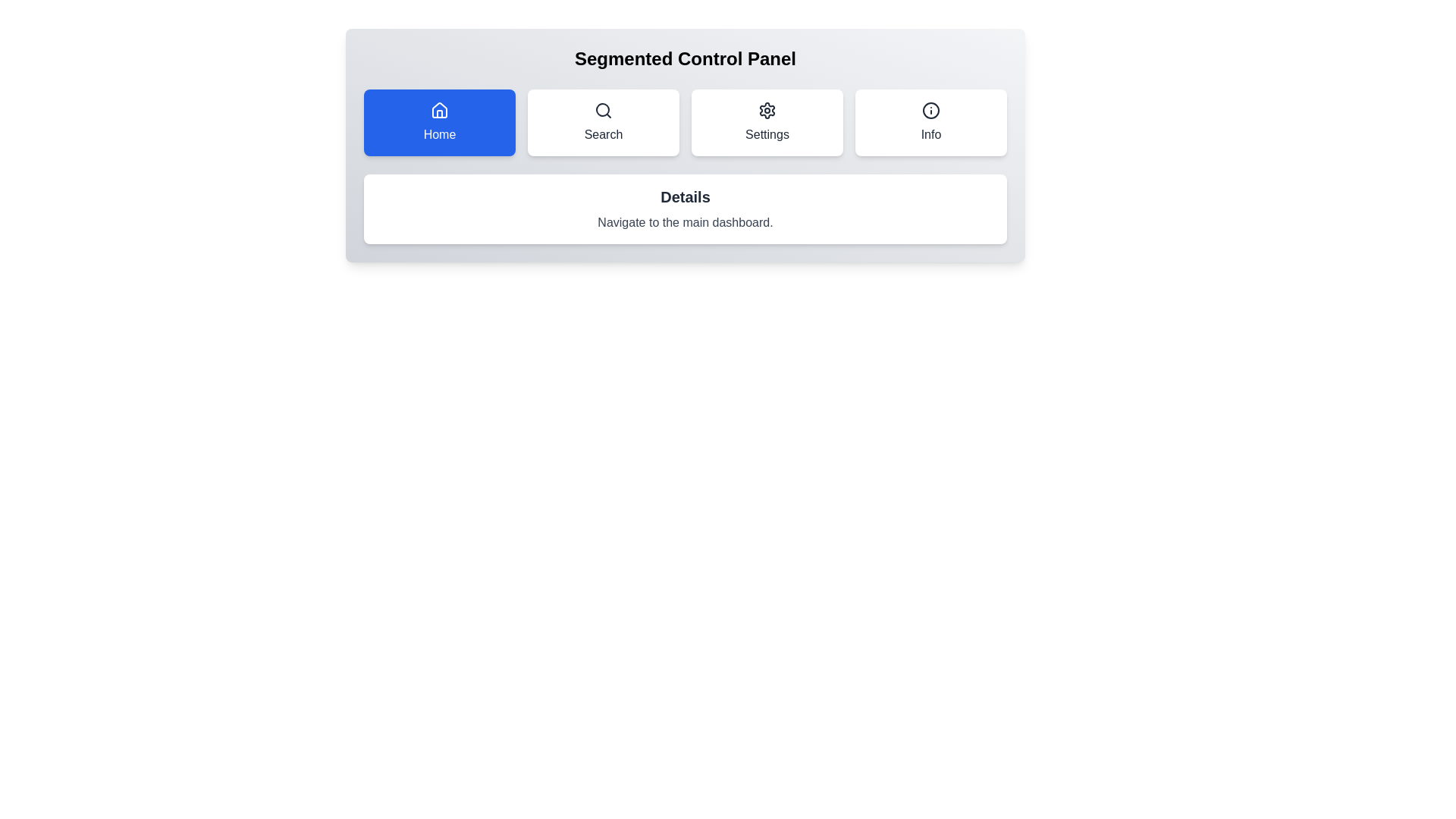 This screenshot has height=819, width=1456. Describe the element at coordinates (602, 109) in the screenshot. I see `the circle icon of the search magnifier, which is part of the search button located in the horizontal navigation bar below the header 'Segmented Control Panel'` at that location.